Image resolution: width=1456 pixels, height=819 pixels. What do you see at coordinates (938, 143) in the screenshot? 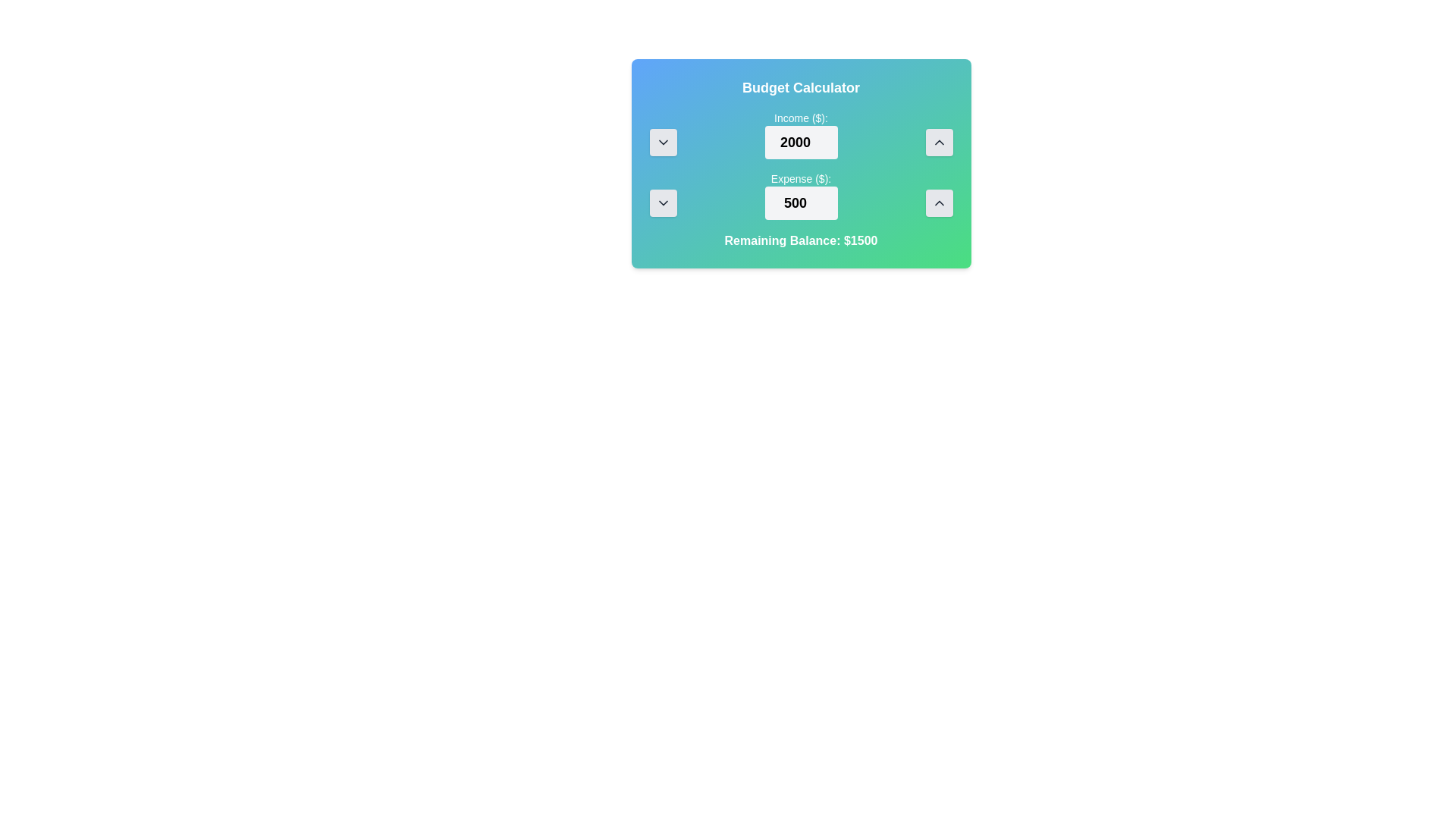
I see `the increment button located in the top-right corner of the budget calculator interface` at bounding box center [938, 143].